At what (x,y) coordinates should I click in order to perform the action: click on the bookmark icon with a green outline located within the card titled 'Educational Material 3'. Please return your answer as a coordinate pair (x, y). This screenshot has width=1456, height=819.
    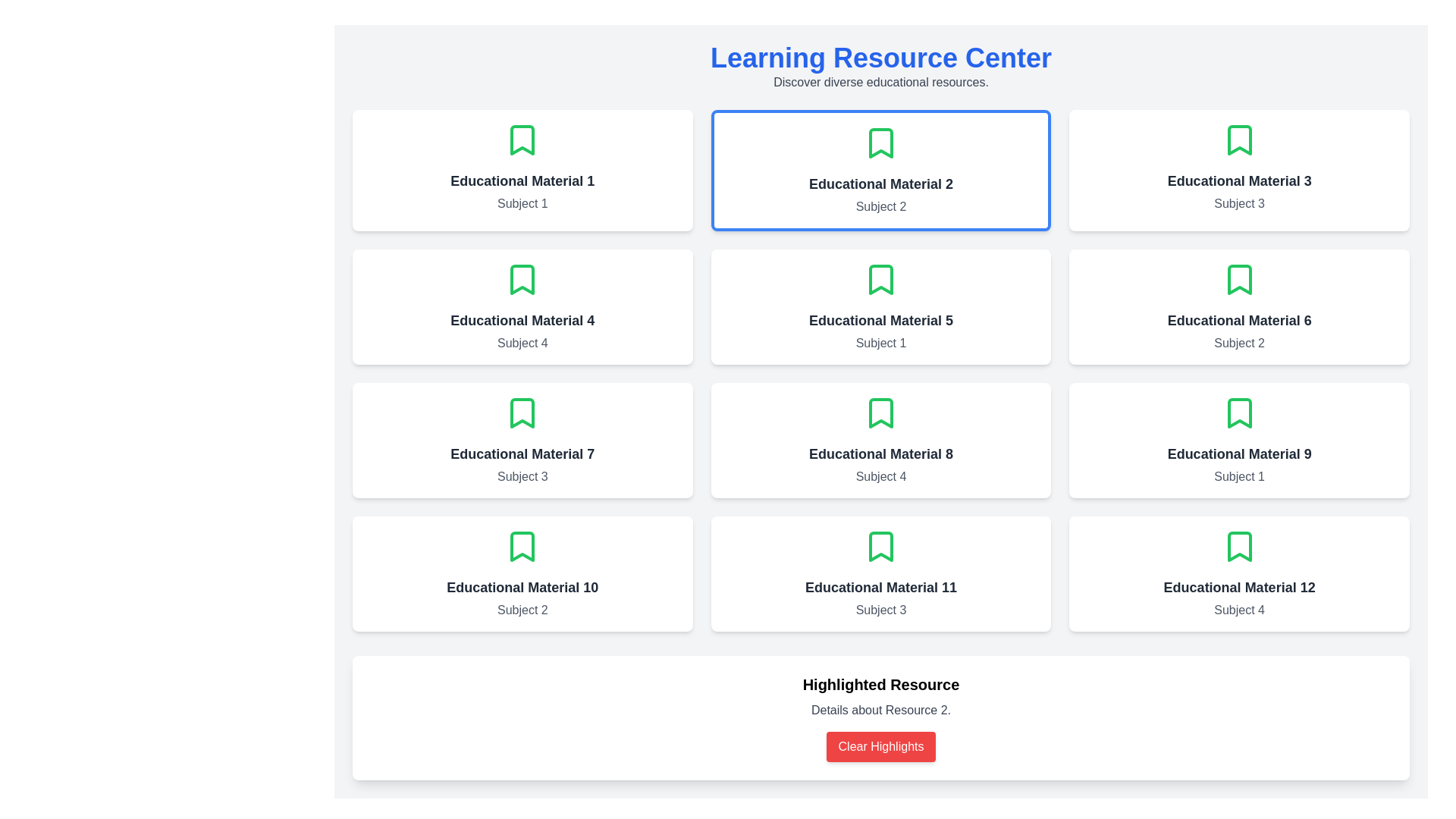
    Looking at the image, I should click on (1239, 140).